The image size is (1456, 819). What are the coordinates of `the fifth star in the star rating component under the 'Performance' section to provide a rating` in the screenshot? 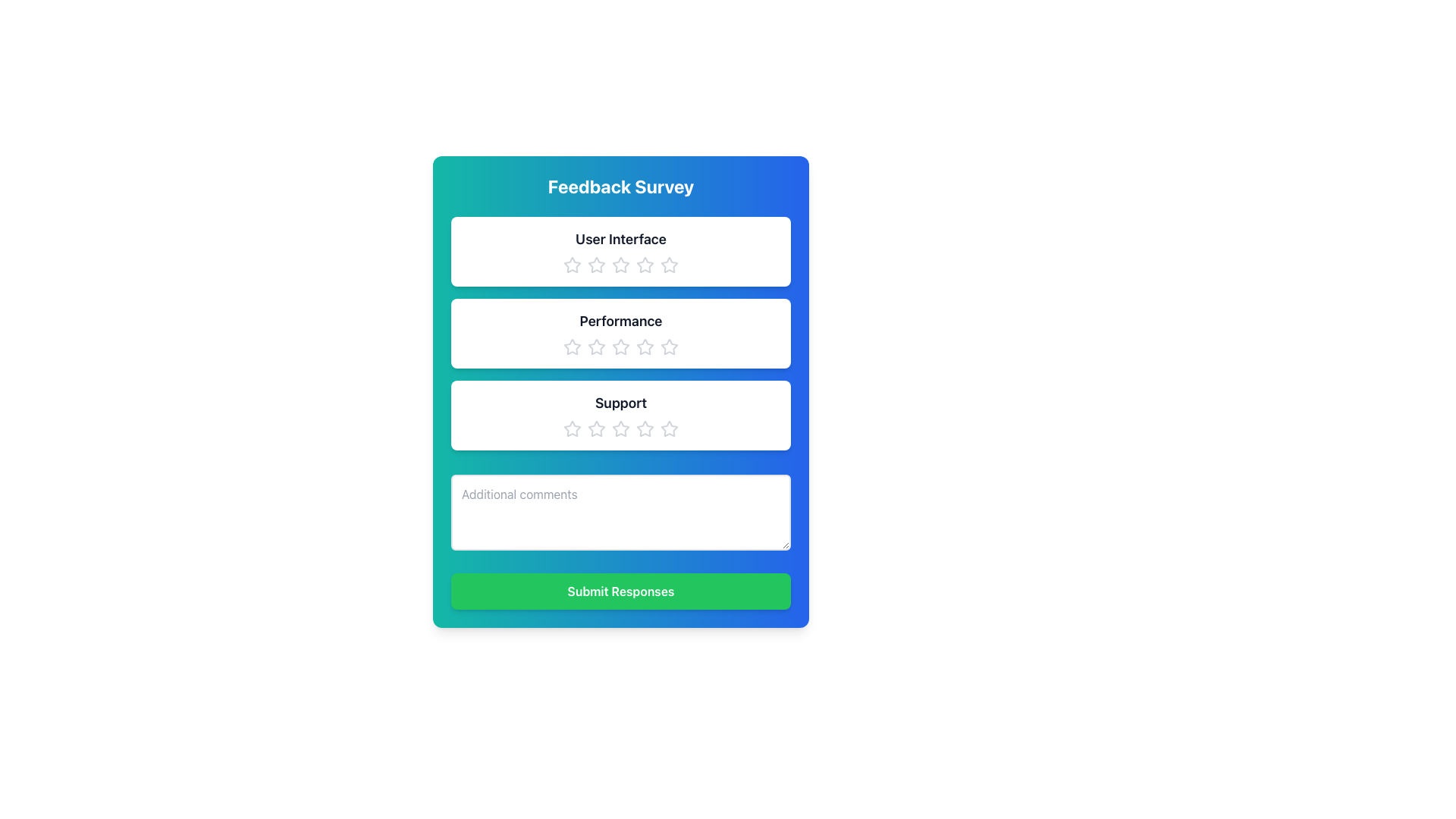 It's located at (669, 347).